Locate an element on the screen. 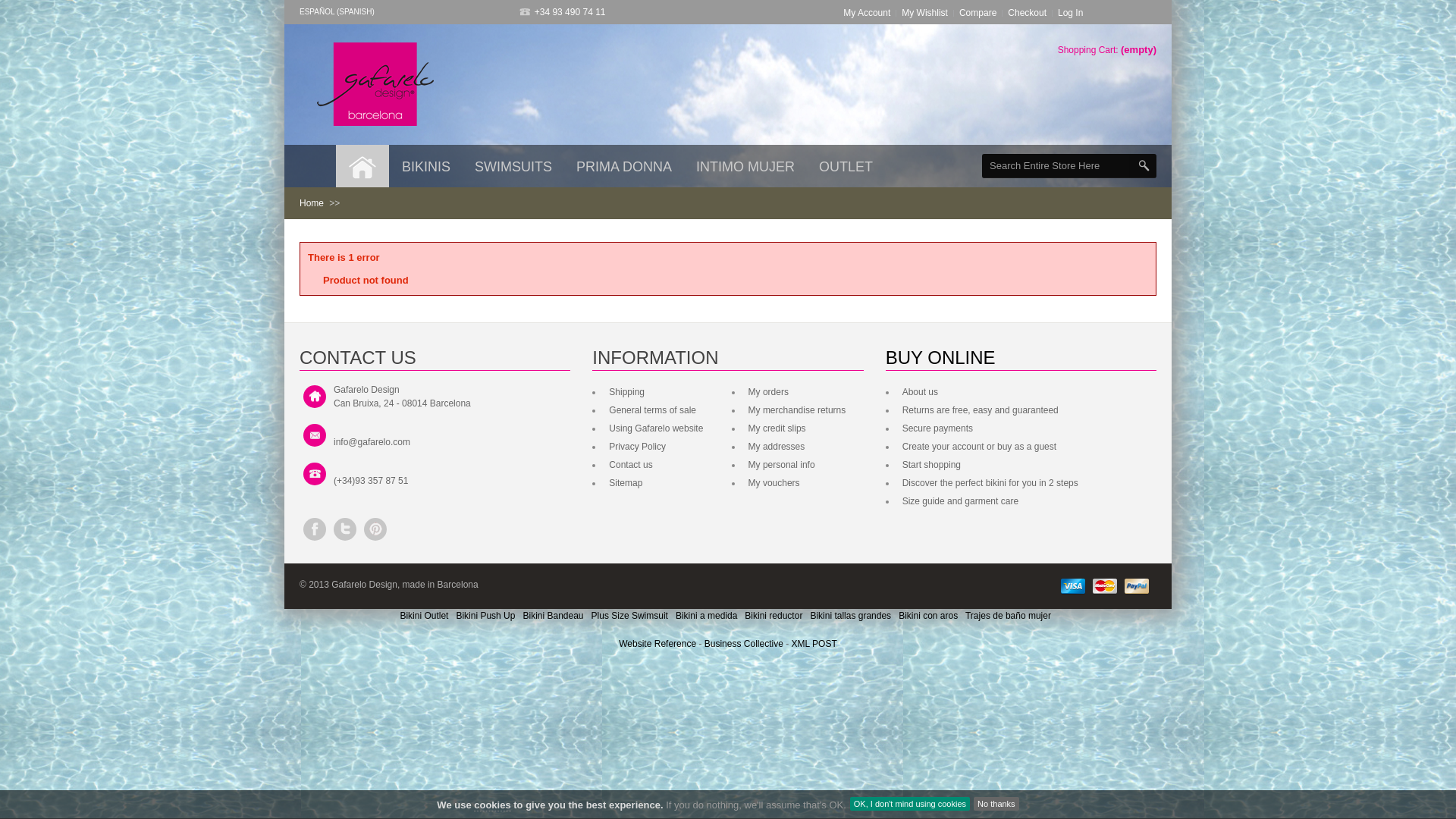 This screenshot has height=819, width=1456. 'Start shopping' is located at coordinates (928, 464).